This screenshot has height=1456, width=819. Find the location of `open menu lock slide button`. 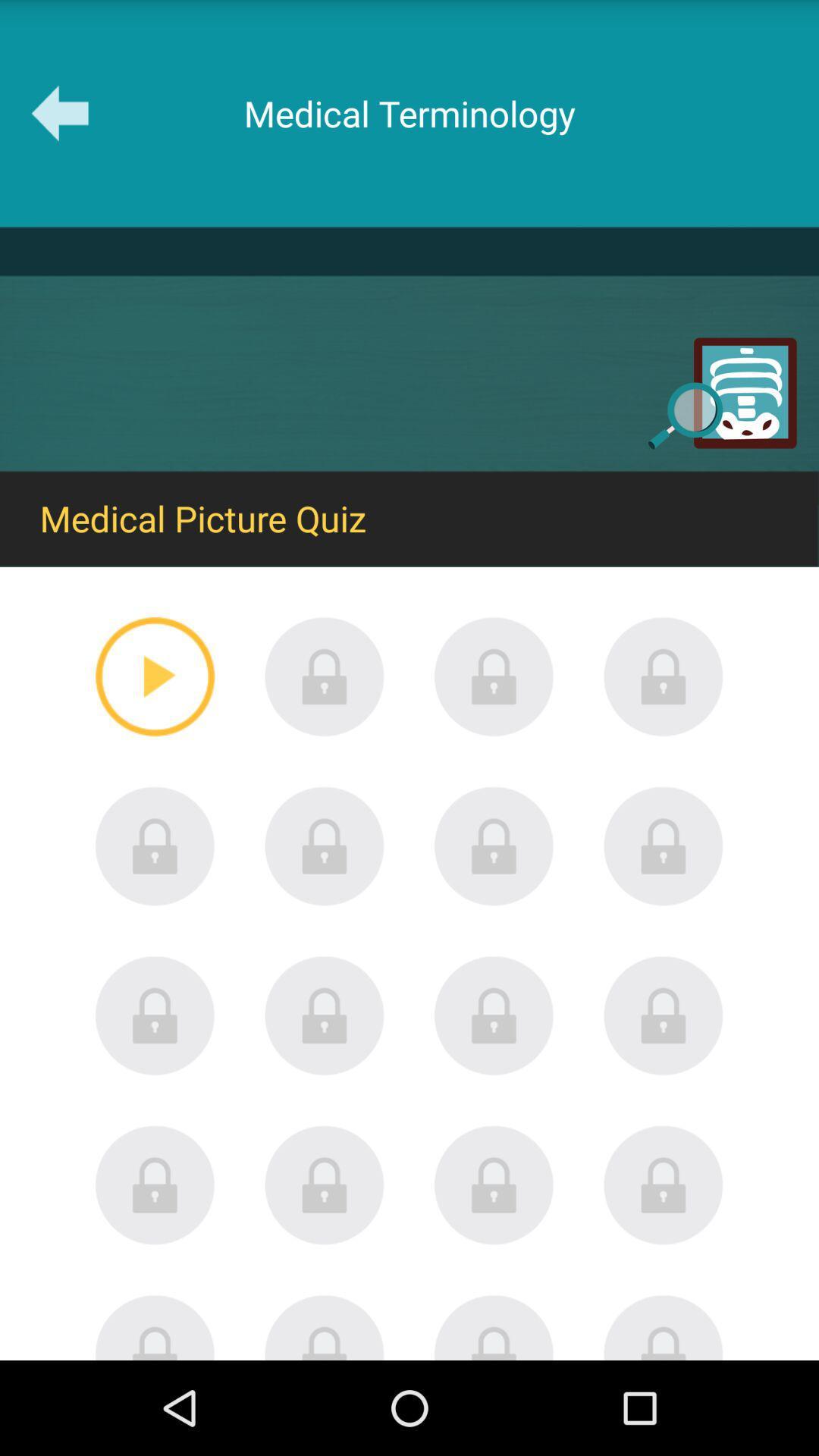

open menu lock slide button is located at coordinates (494, 1326).